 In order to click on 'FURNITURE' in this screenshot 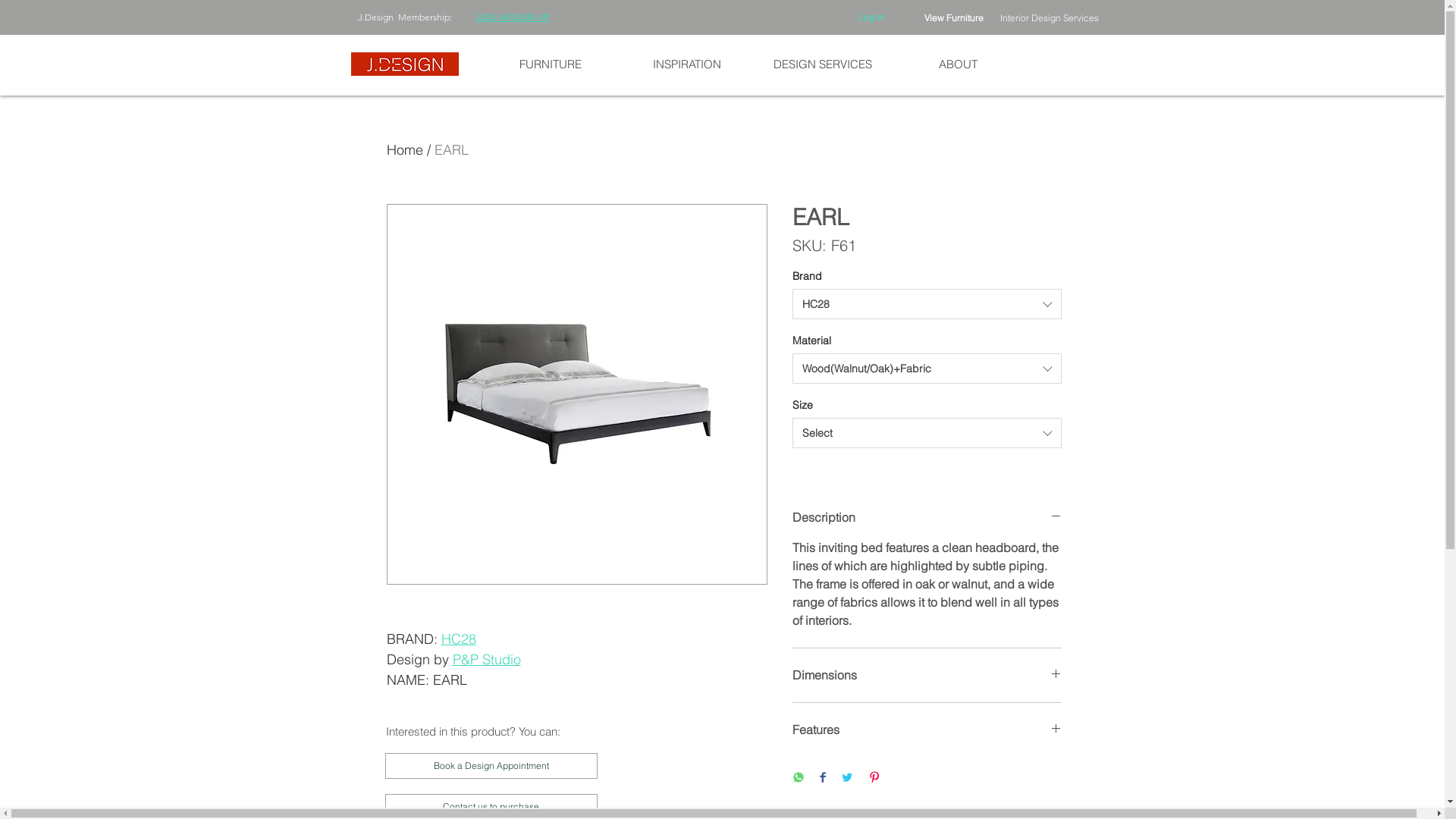, I will do `click(549, 63)`.